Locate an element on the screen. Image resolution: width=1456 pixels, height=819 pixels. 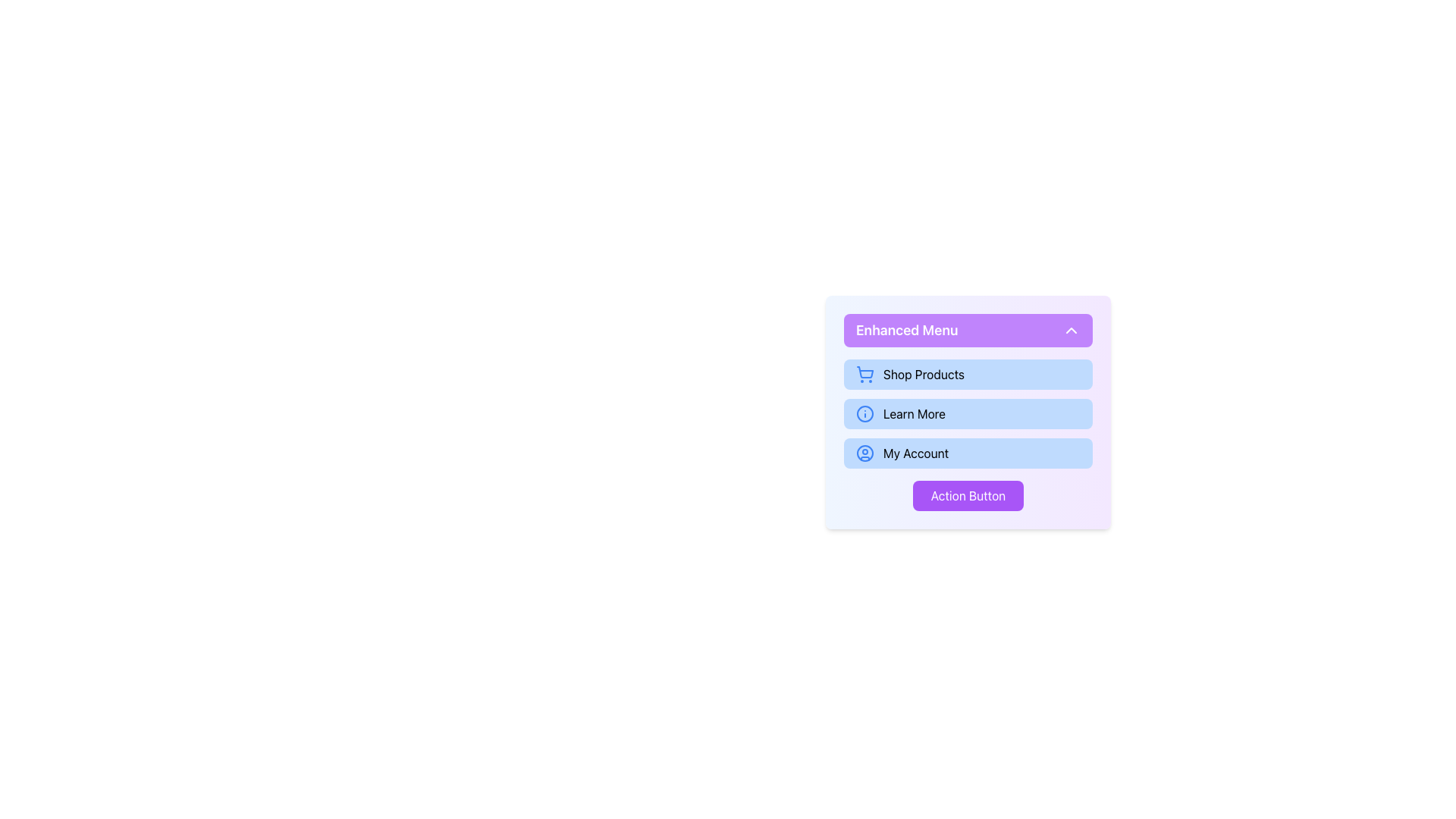
the text label that serves as a header for a section, located at the specified coordinates is located at coordinates (907, 329).